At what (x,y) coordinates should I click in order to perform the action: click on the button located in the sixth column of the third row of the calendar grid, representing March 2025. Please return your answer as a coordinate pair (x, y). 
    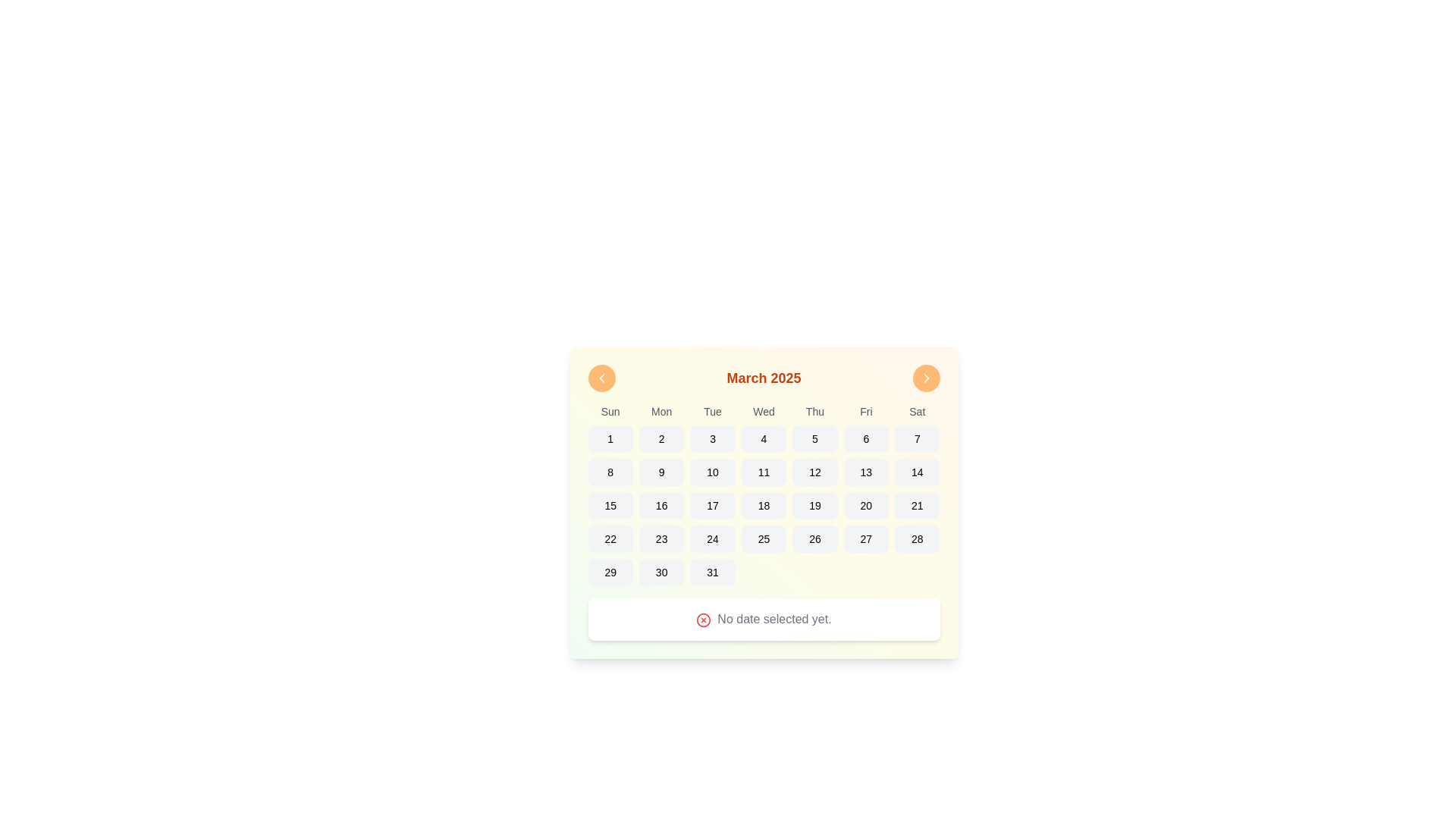
    Looking at the image, I should click on (866, 472).